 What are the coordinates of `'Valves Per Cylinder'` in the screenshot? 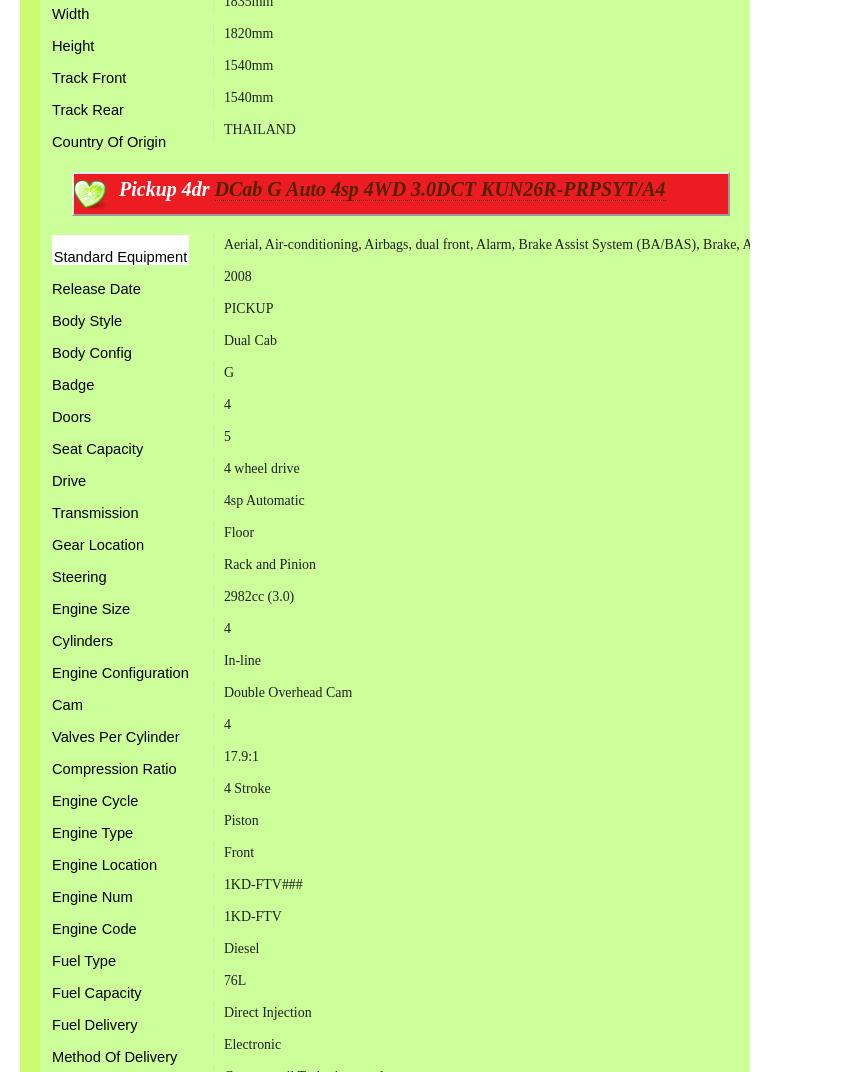 It's located at (115, 735).